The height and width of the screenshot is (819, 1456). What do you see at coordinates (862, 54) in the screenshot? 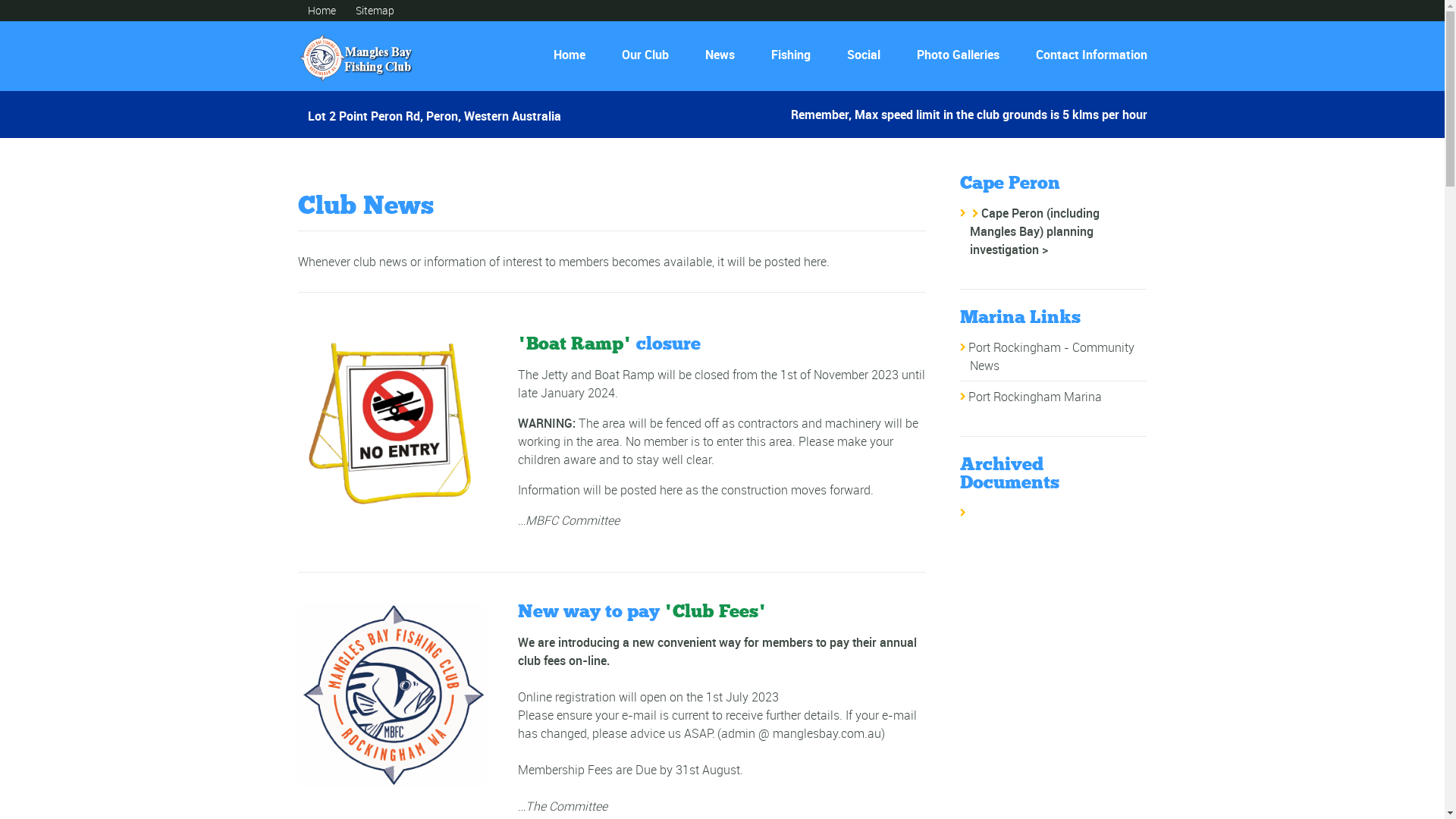
I see `'Social'` at bounding box center [862, 54].